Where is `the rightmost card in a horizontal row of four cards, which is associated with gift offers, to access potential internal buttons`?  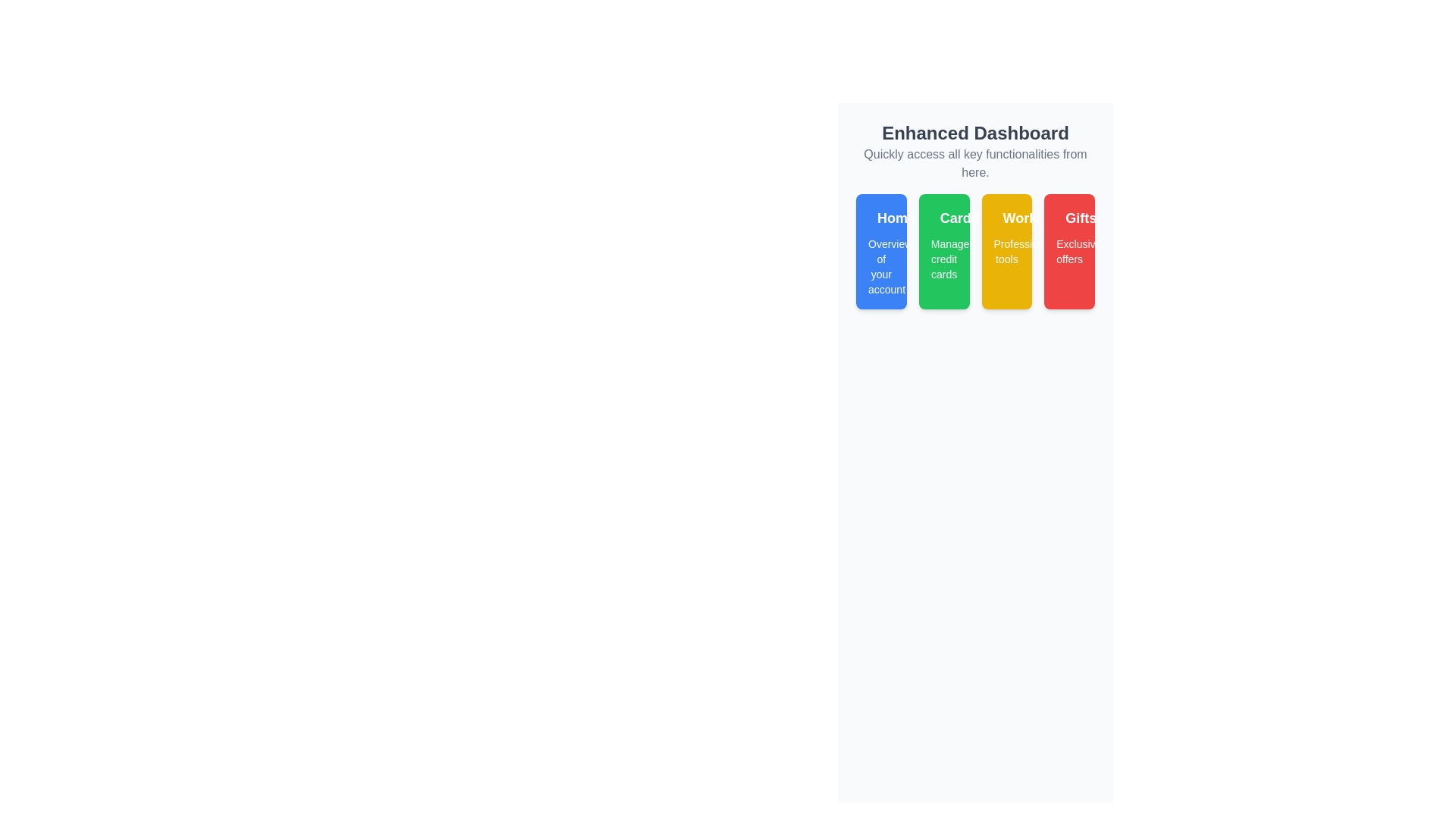
the rightmost card in a horizontal row of four cards, which is associated with gift offers, to access potential internal buttons is located at coordinates (1068, 218).